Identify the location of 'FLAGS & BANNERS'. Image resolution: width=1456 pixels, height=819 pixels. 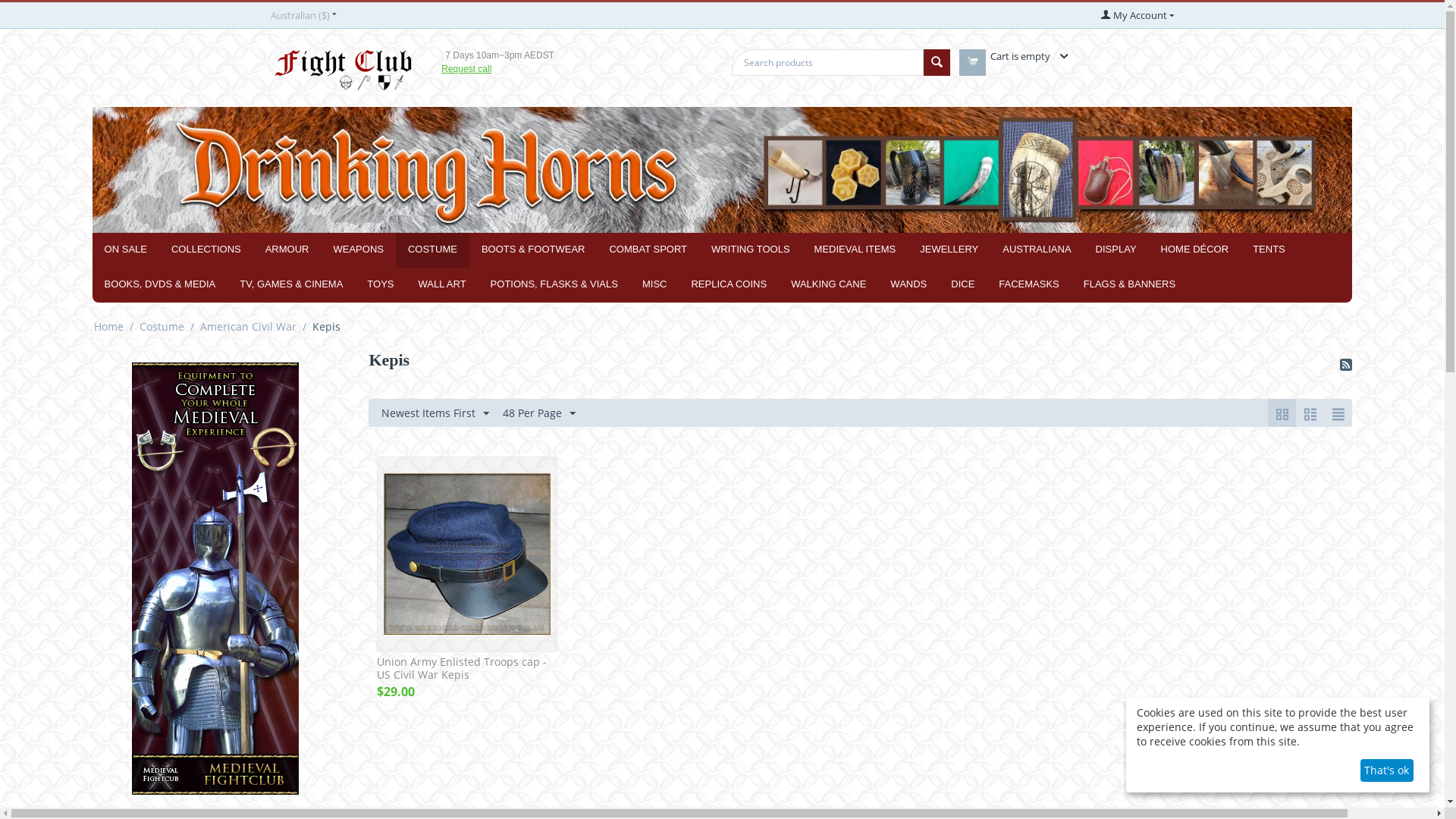
(1129, 284).